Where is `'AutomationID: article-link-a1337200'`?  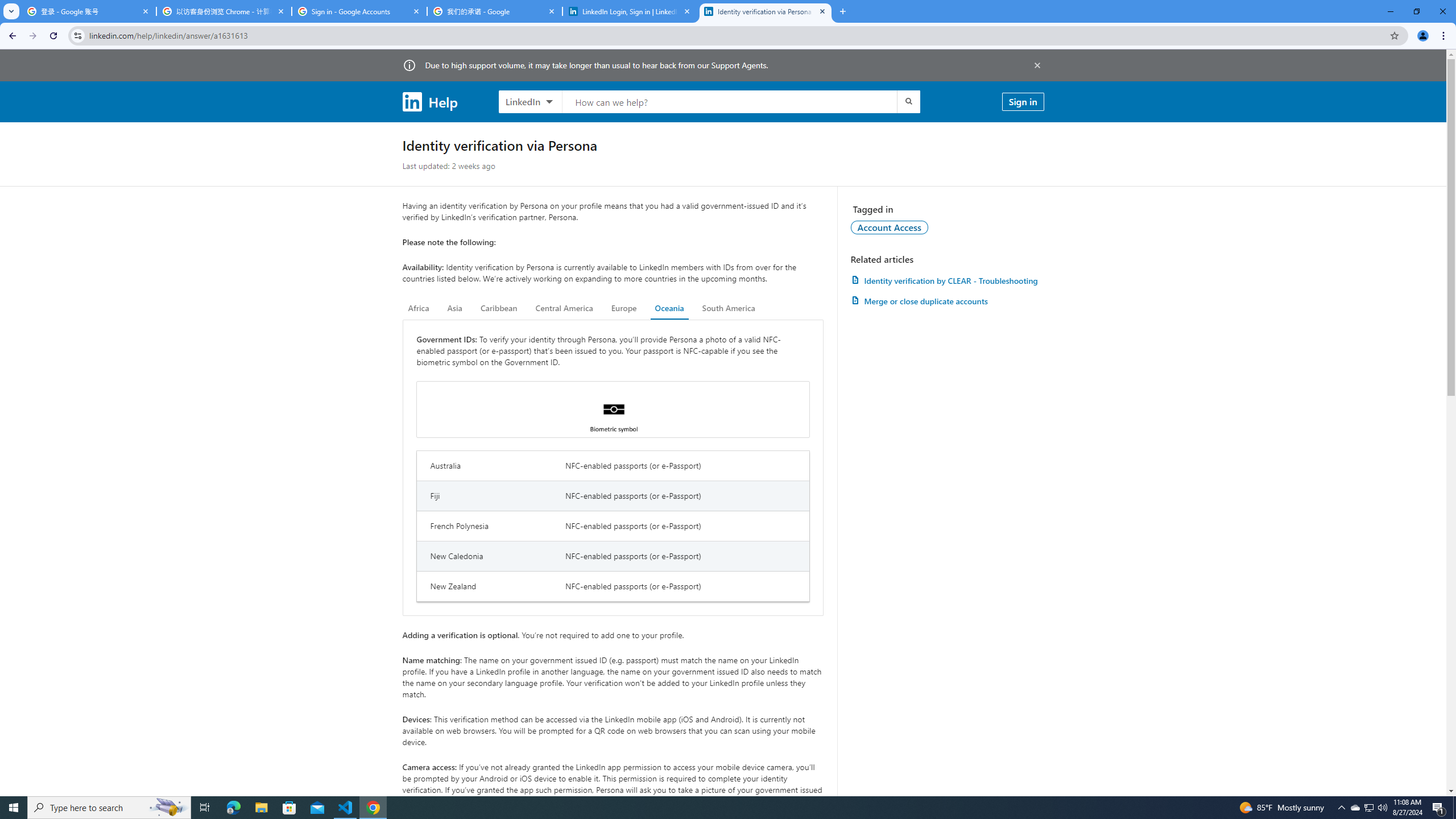
'AutomationID: article-link-a1337200' is located at coordinates (946, 300).